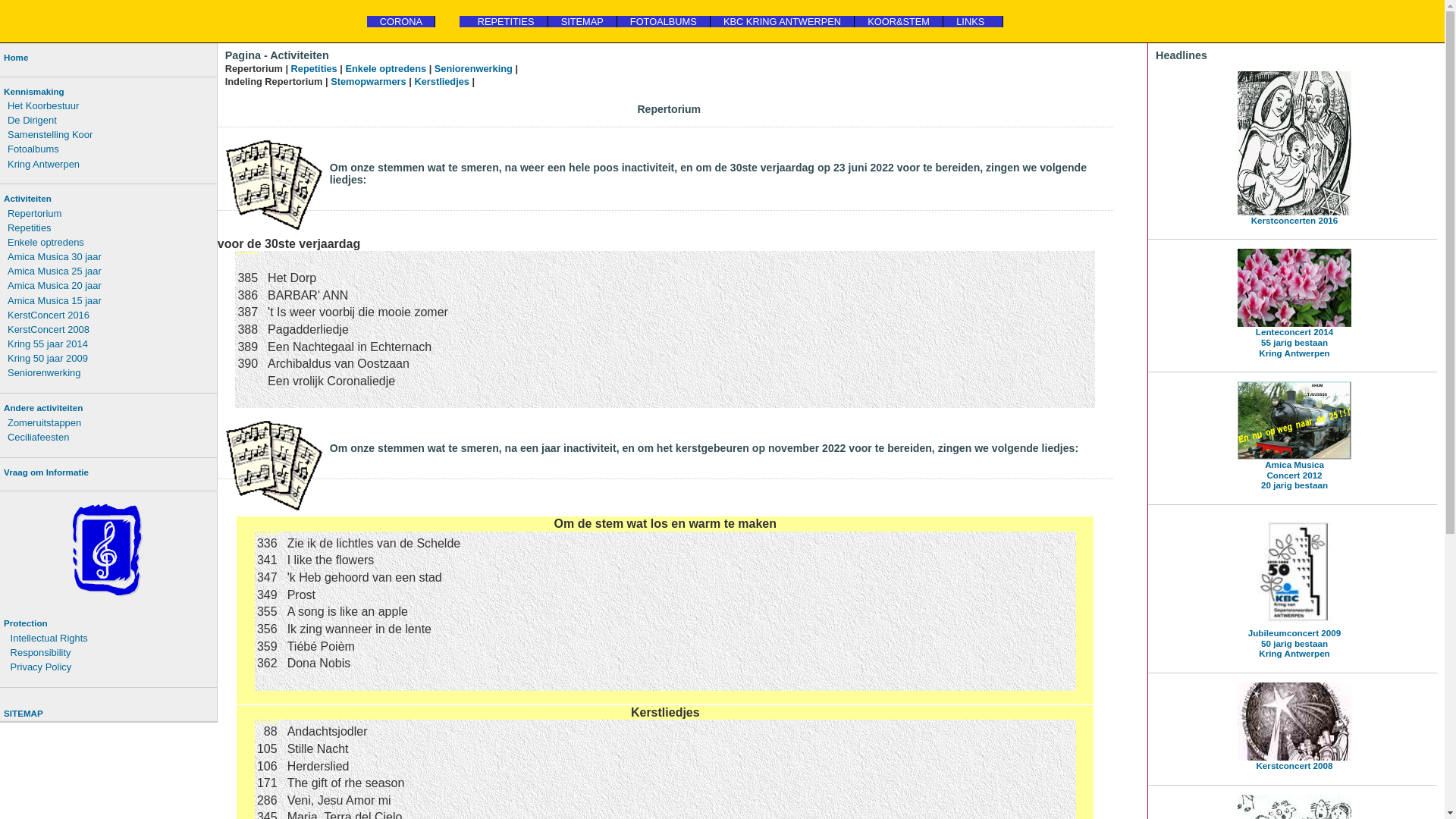 The height and width of the screenshot is (819, 1456). Describe the element at coordinates (899, 21) in the screenshot. I see `'  KOOR&STEM  '` at that location.